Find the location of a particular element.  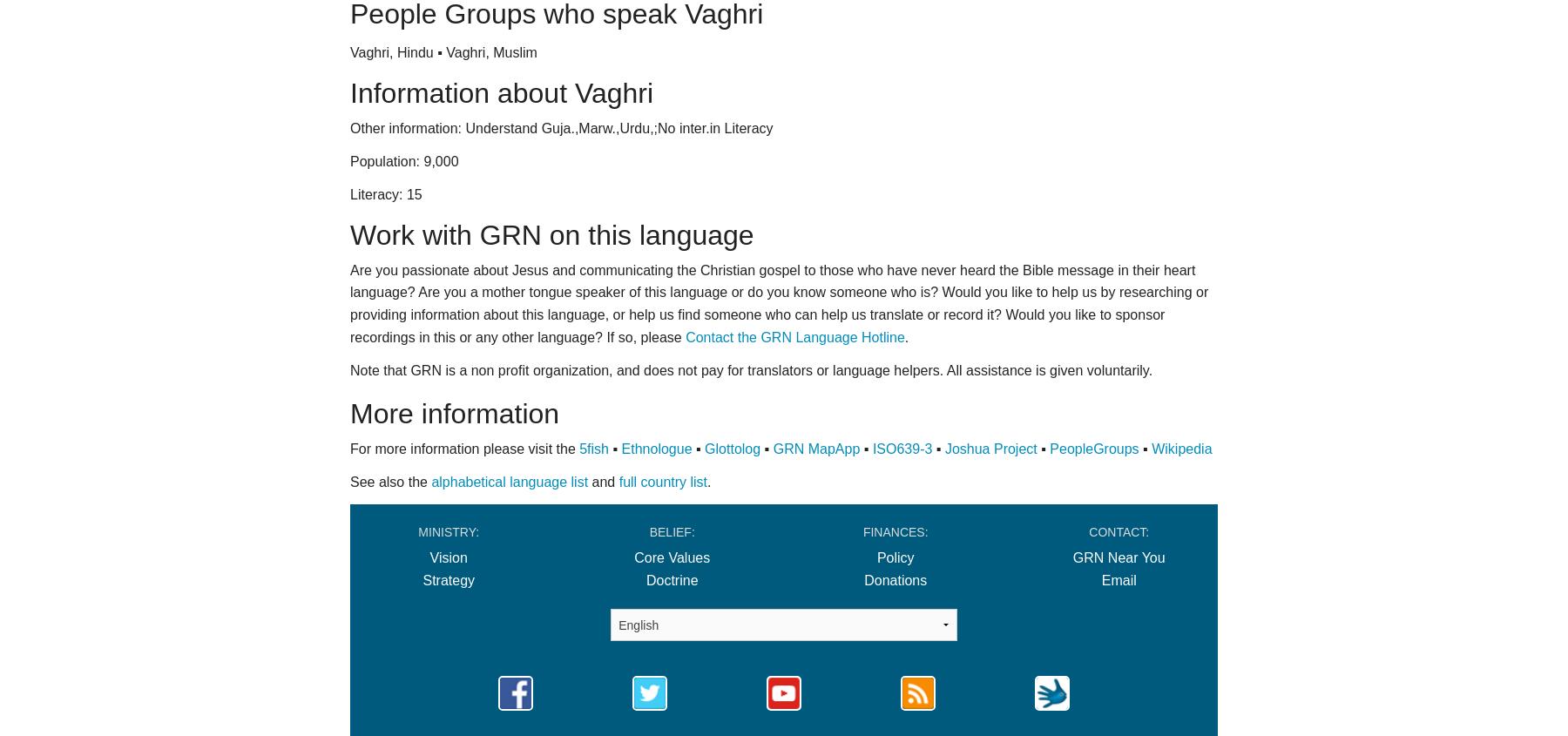

'Vision' is located at coordinates (447, 557).